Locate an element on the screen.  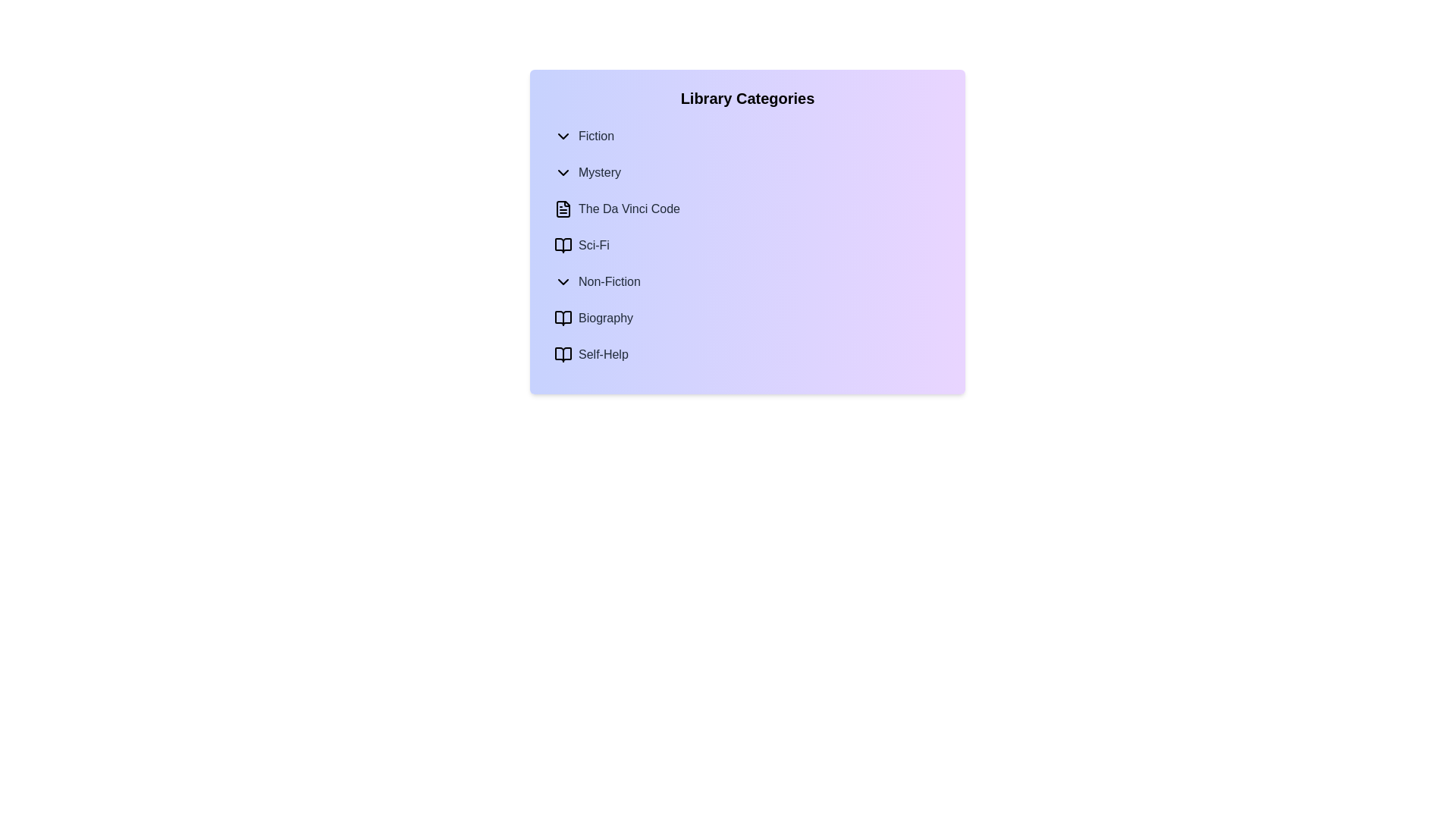
the 'Non-Fiction' text label in the category menu, which is centrally positioned between 'Sci-Fi' and 'Biography' is located at coordinates (609, 281).